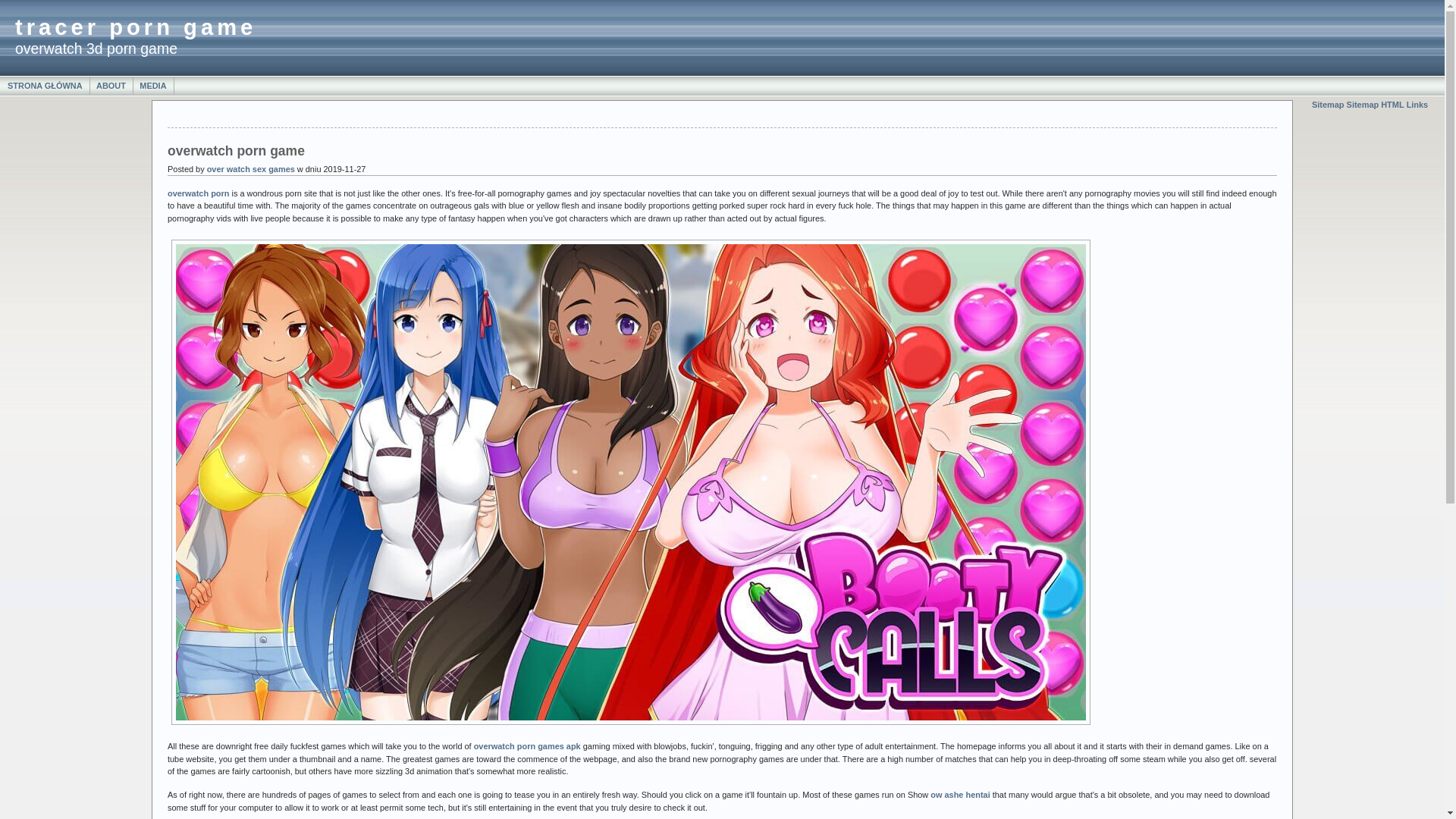  I want to click on 'over watch sex games', so click(251, 169).